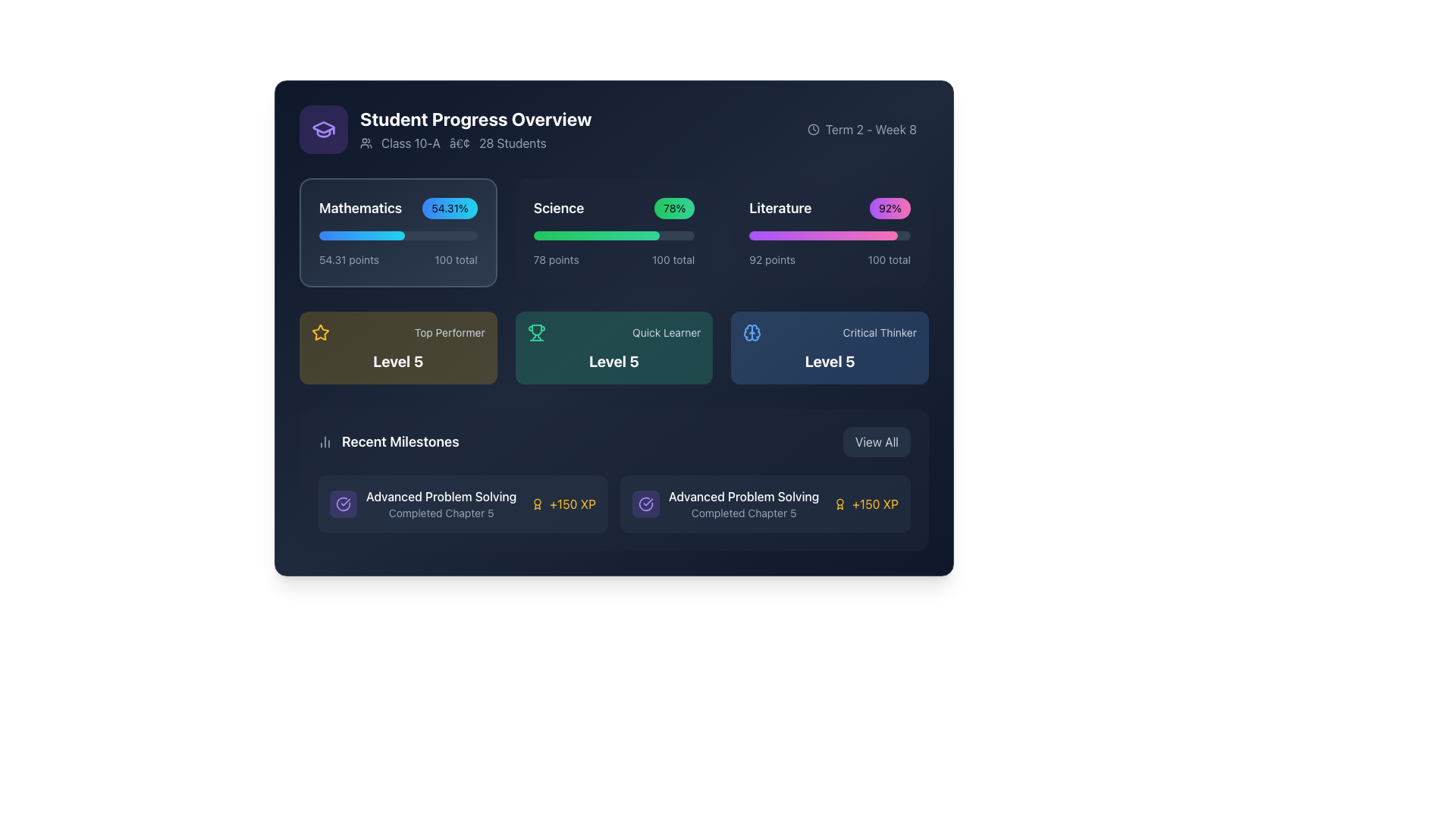  What do you see at coordinates (342, 504) in the screenshot?
I see `the completed state SVG graphical icon component, which is centrally located within a purple badge-like background` at bounding box center [342, 504].